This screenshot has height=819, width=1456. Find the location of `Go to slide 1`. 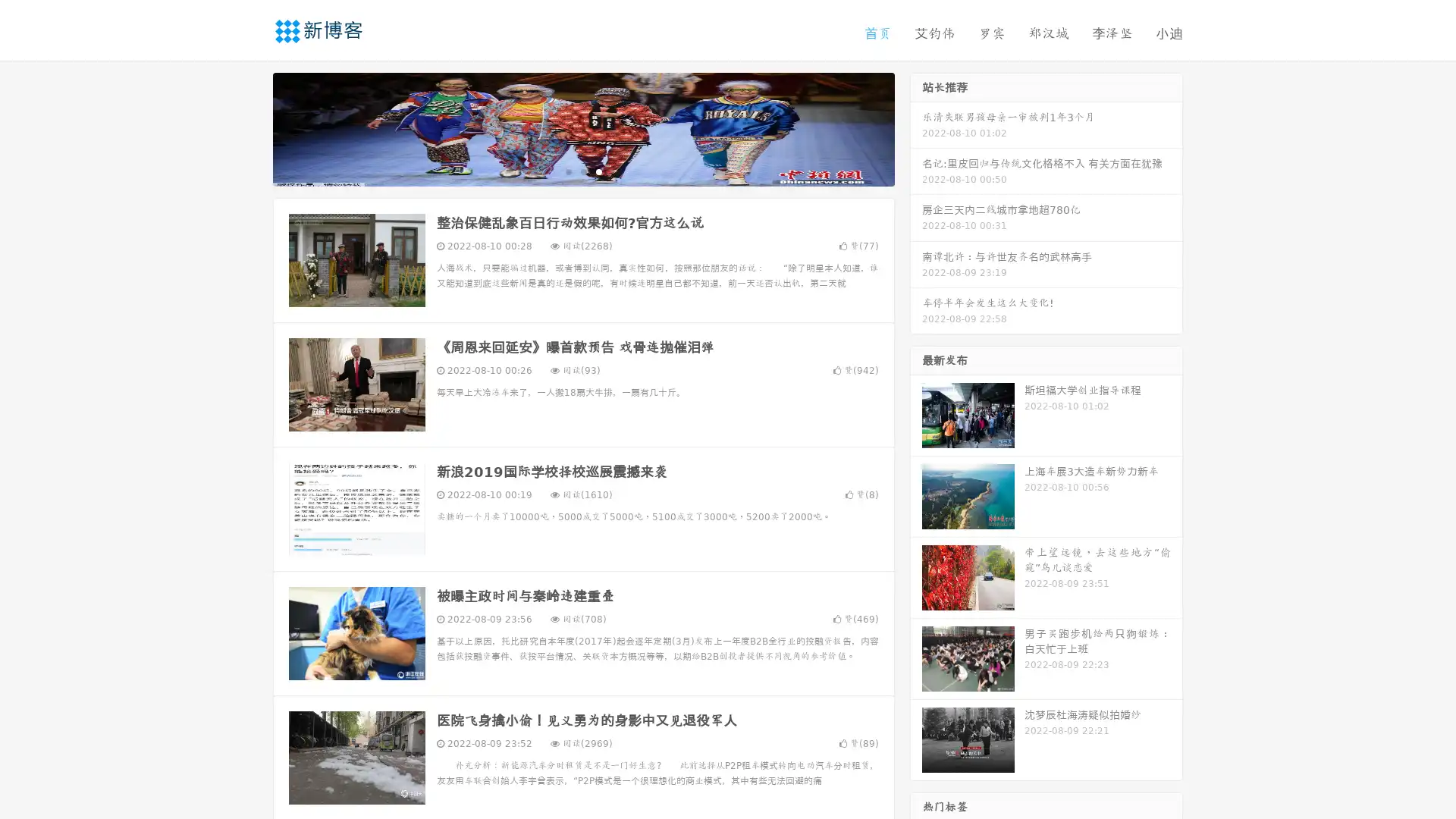

Go to slide 1 is located at coordinates (567, 171).